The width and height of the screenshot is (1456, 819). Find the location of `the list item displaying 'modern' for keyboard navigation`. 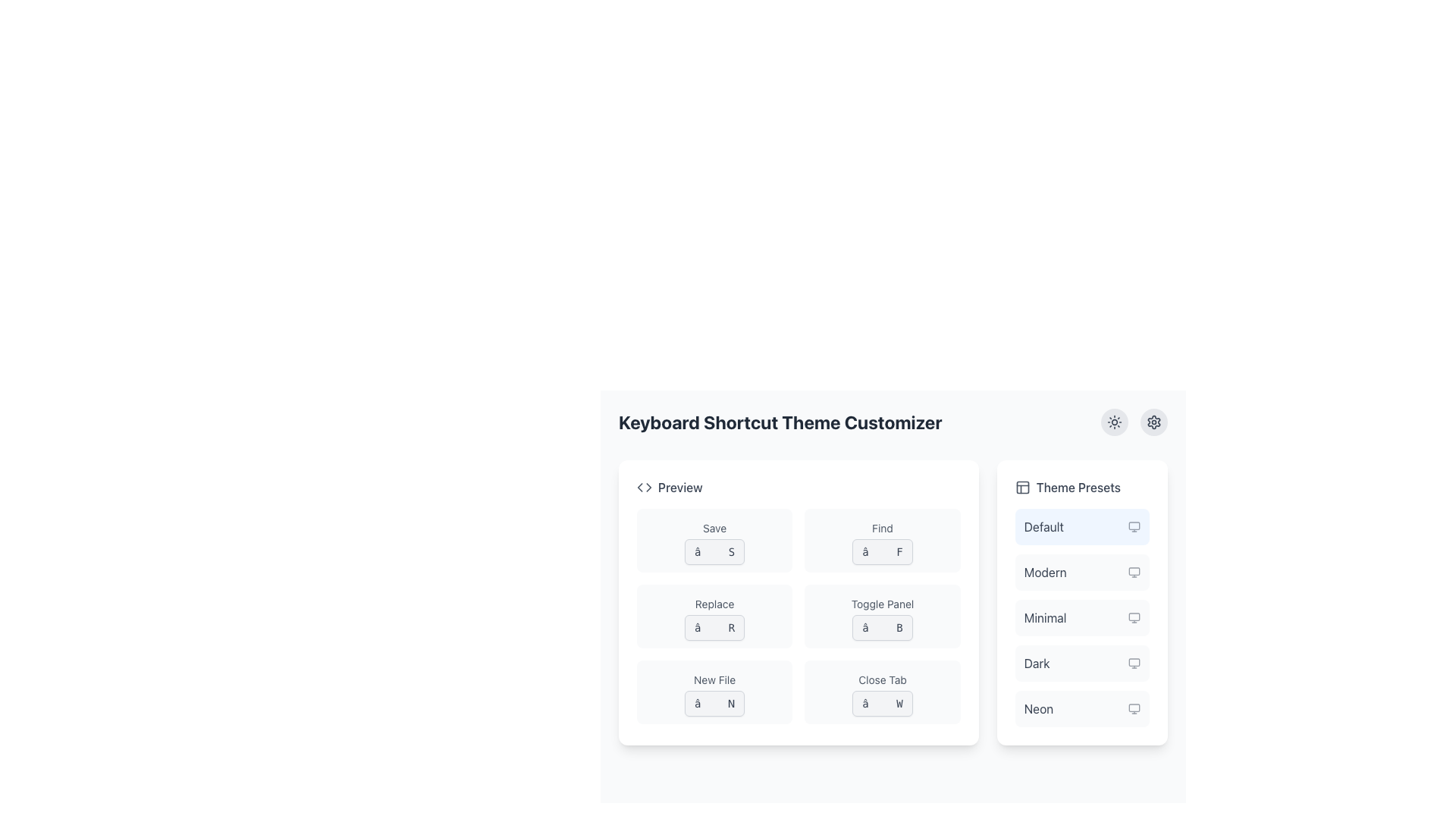

the list item displaying 'modern' for keyboard navigation is located at coordinates (1081, 573).